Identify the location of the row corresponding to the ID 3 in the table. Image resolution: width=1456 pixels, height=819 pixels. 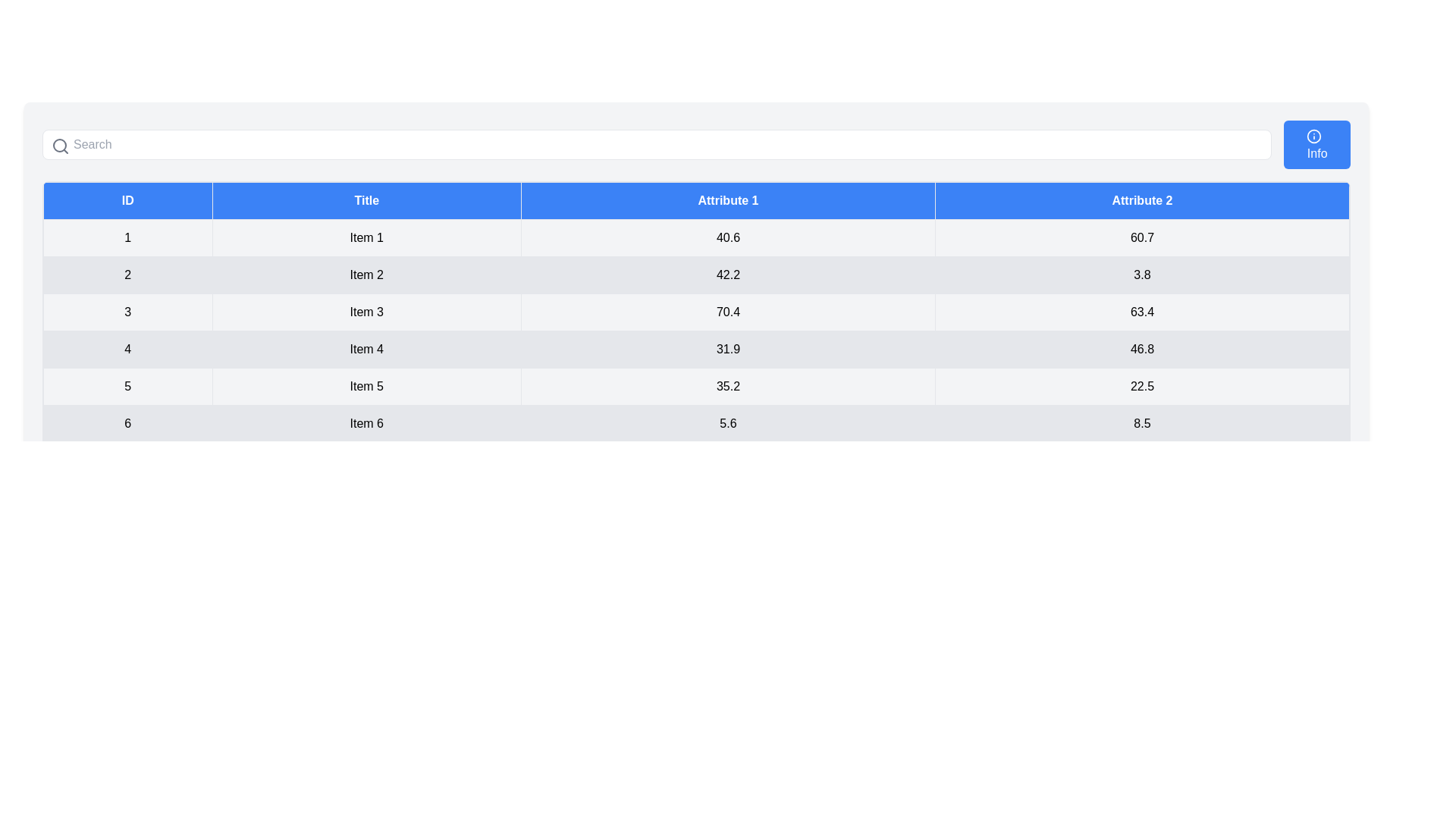
(695, 312).